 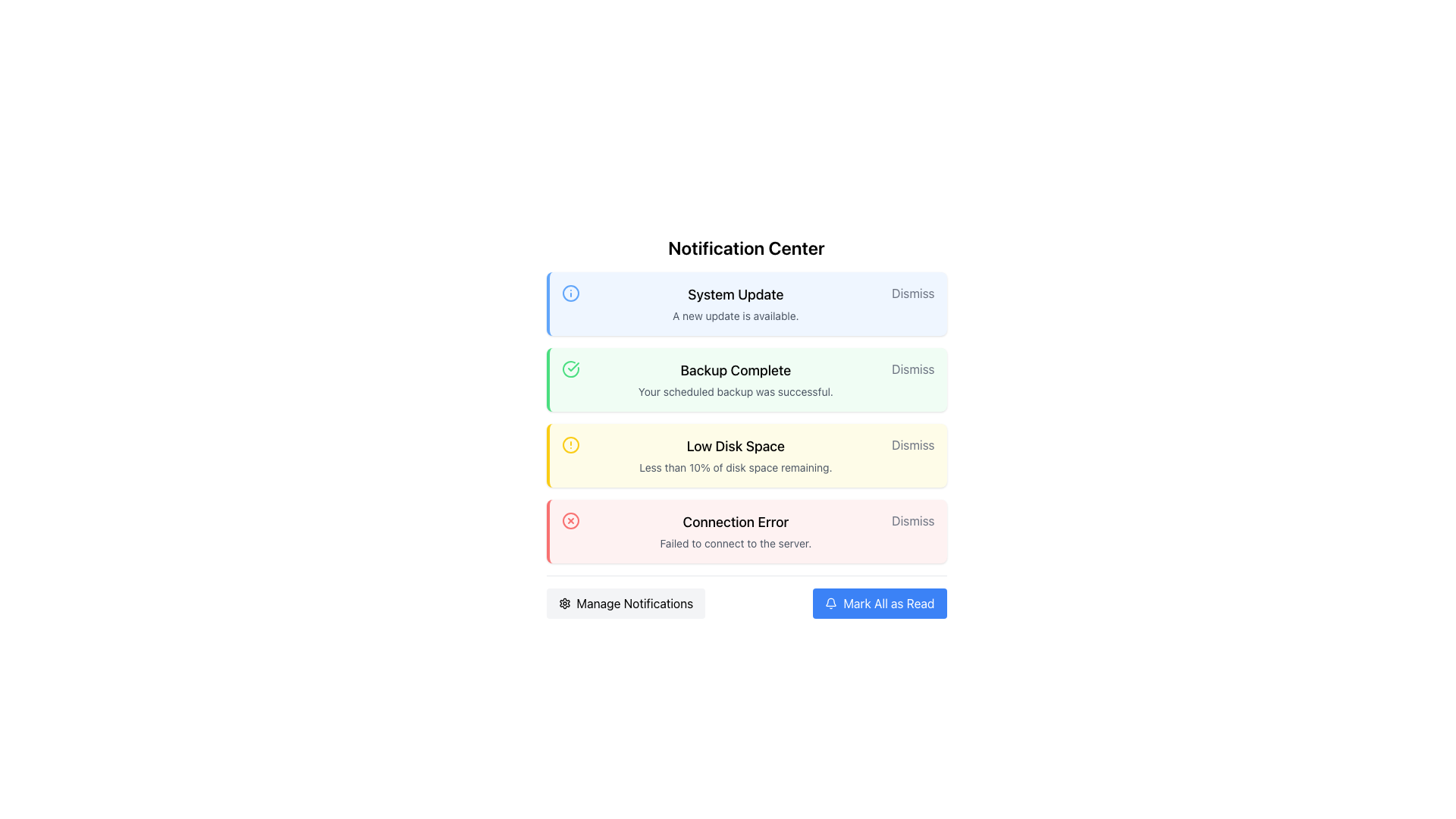 What do you see at coordinates (563, 602) in the screenshot?
I see `the 'Settings' icon located in the lower-left corner of the interface, next to the 'Manage Notifications' button` at bounding box center [563, 602].